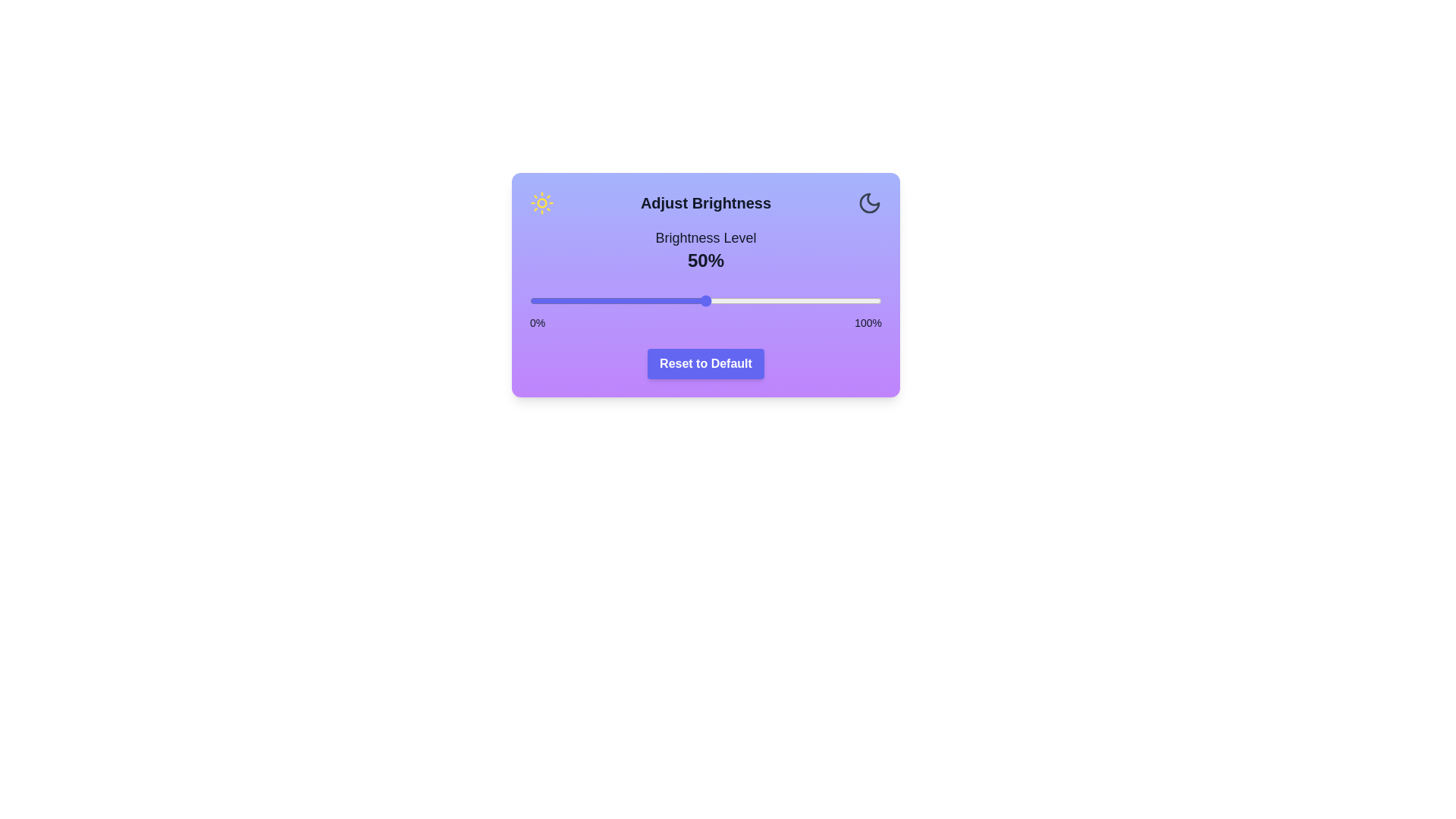 The height and width of the screenshot is (819, 1456). Describe the element at coordinates (776, 301) in the screenshot. I see `the brightness slider to 70%` at that location.